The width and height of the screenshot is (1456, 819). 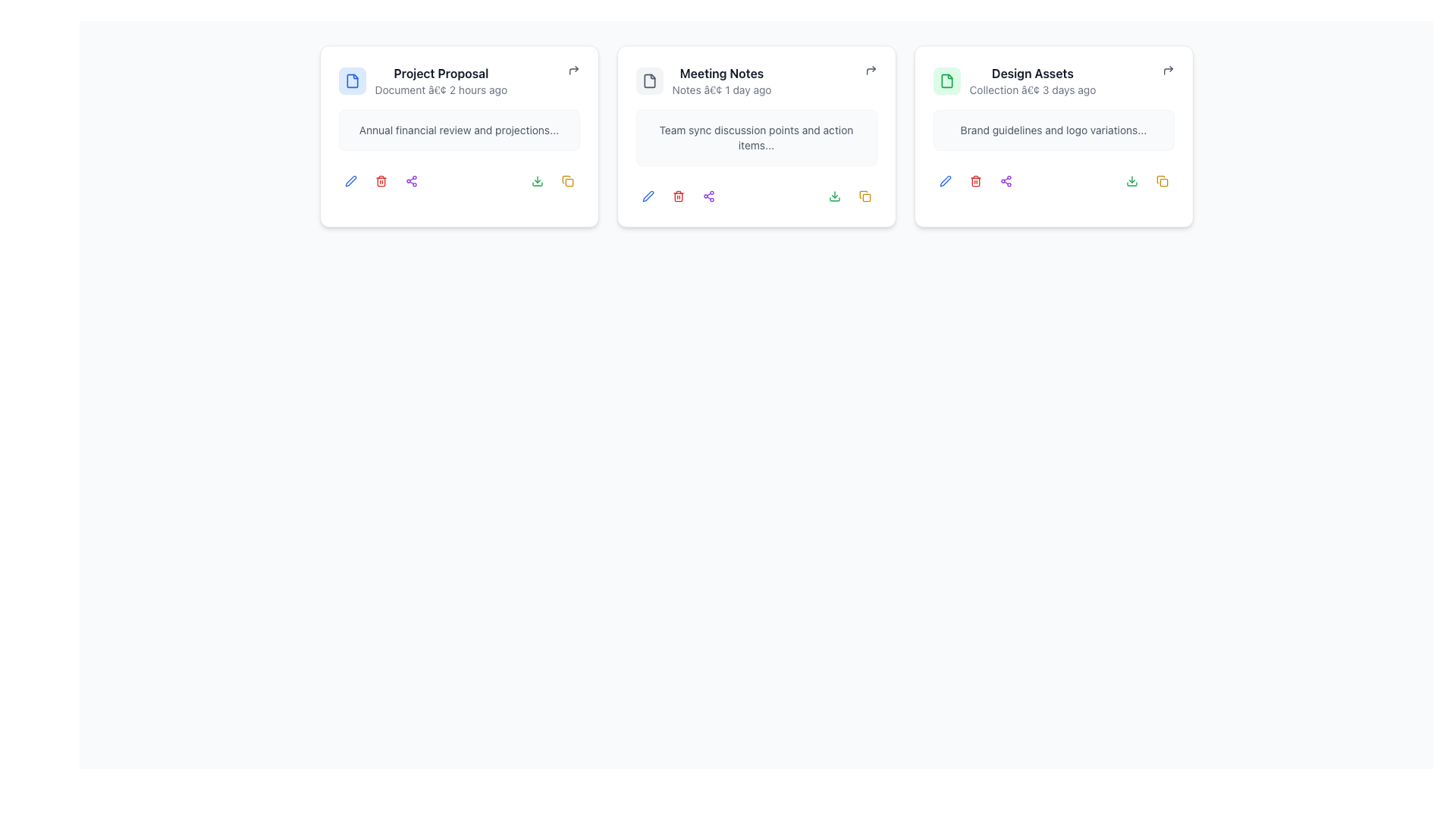 What do you see at coordinates (720, 90) in the screenshot?
I see `the small gray text label displaying 'Notes • 1 day ago' located below the 'Meeting Notes' text element in the center card of the triplet` at bounding box center [720, 90].